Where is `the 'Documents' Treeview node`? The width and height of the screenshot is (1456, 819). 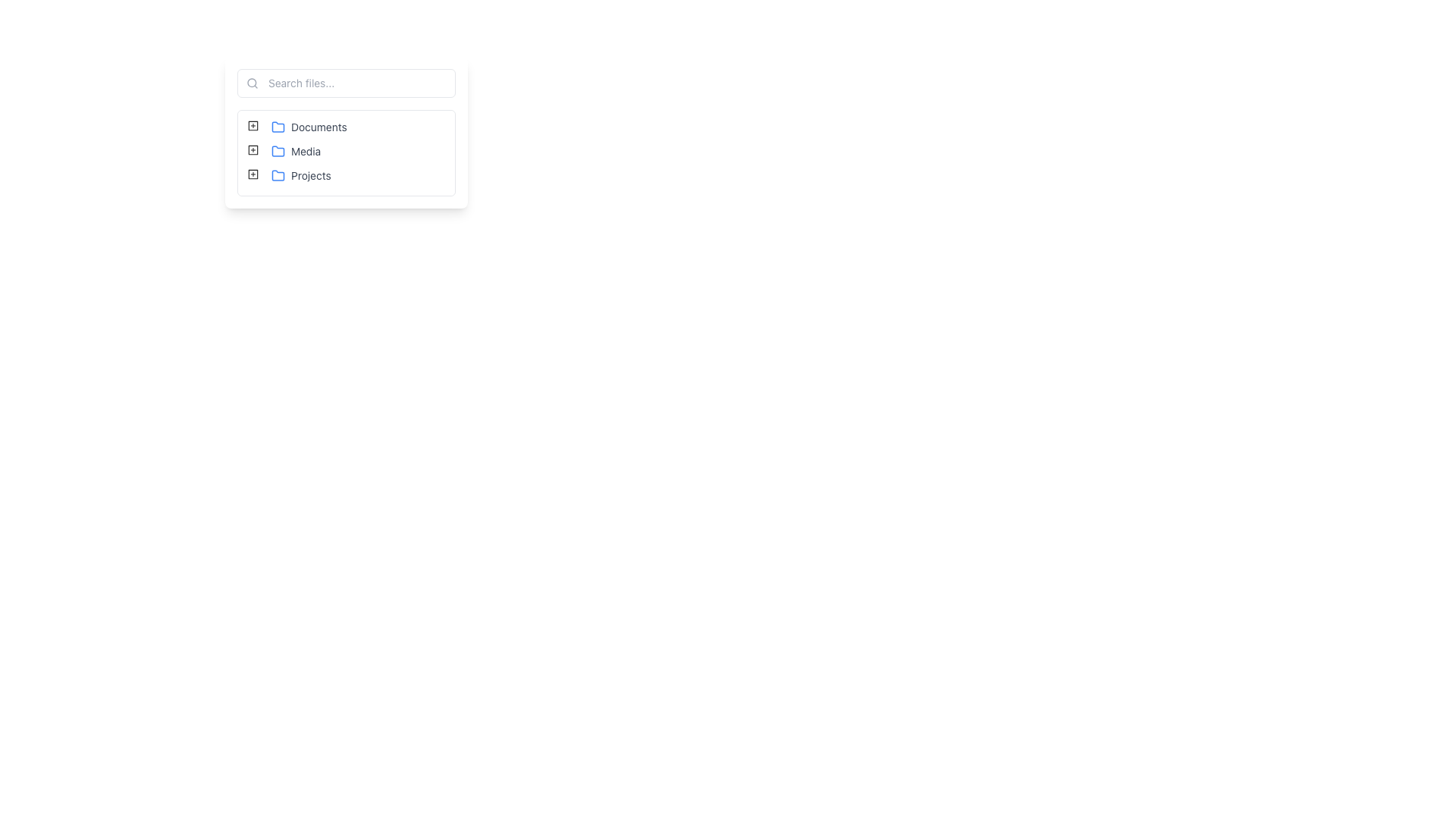 the 'Documents' Treeview node is located at coordinates (308, 127).